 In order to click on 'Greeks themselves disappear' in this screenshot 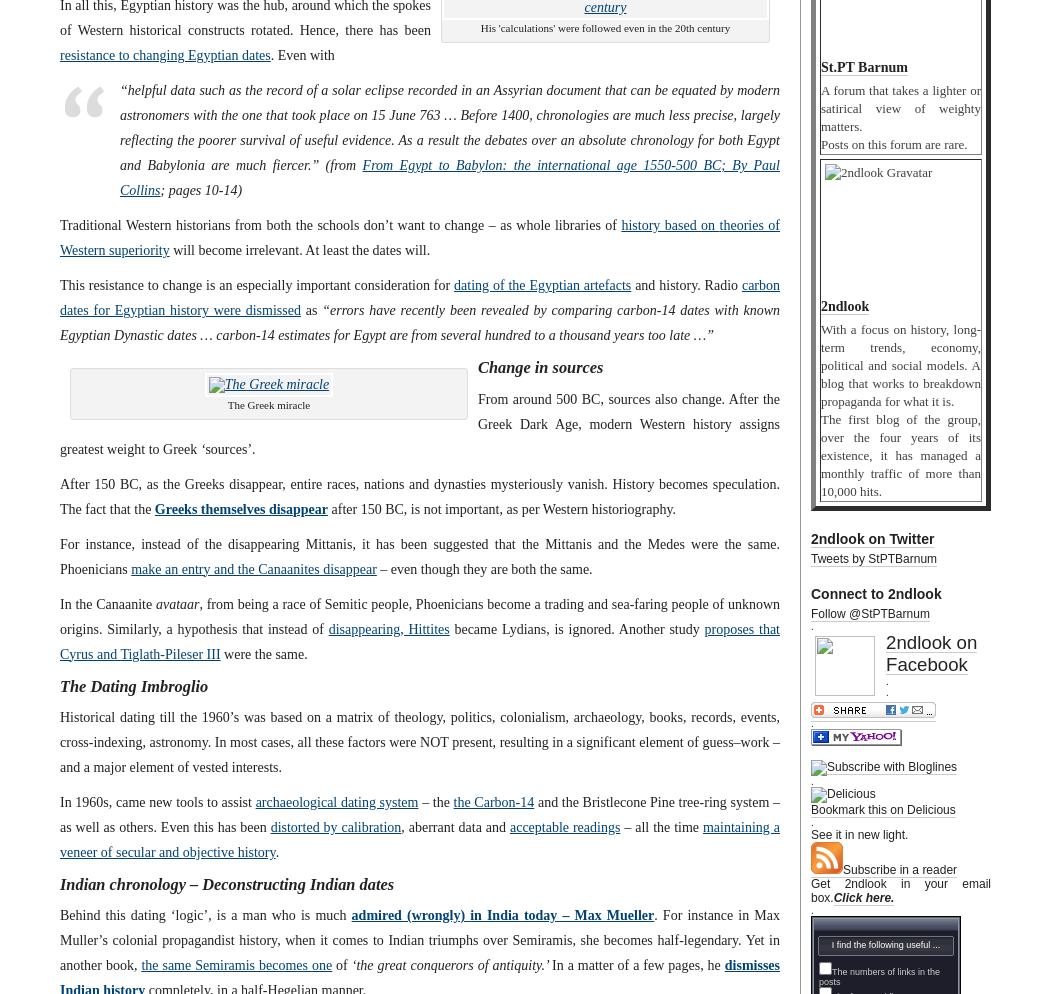, I will do `click(240, 508)`.